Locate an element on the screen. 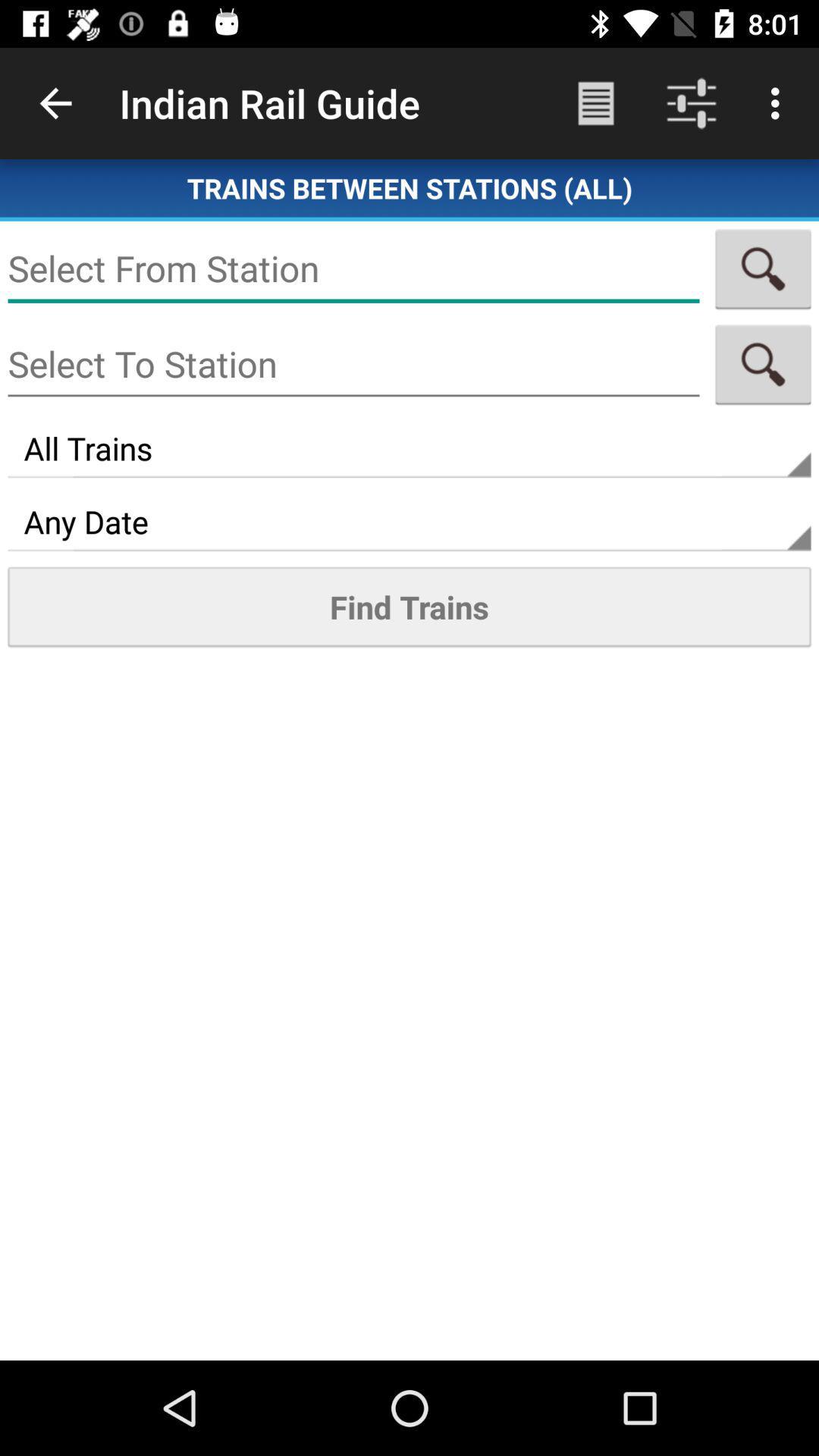  search app is located at coordinates (763, 364).